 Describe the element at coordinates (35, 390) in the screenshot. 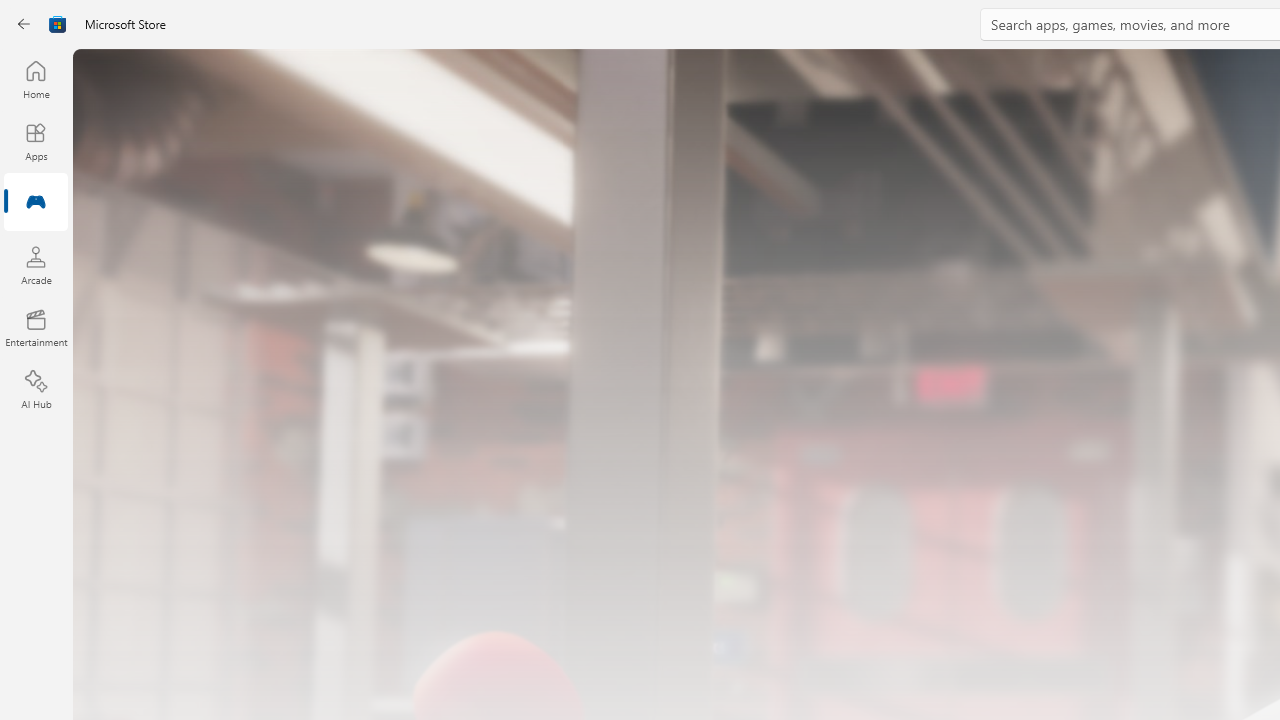

I see `'AI Hub'` at that location.